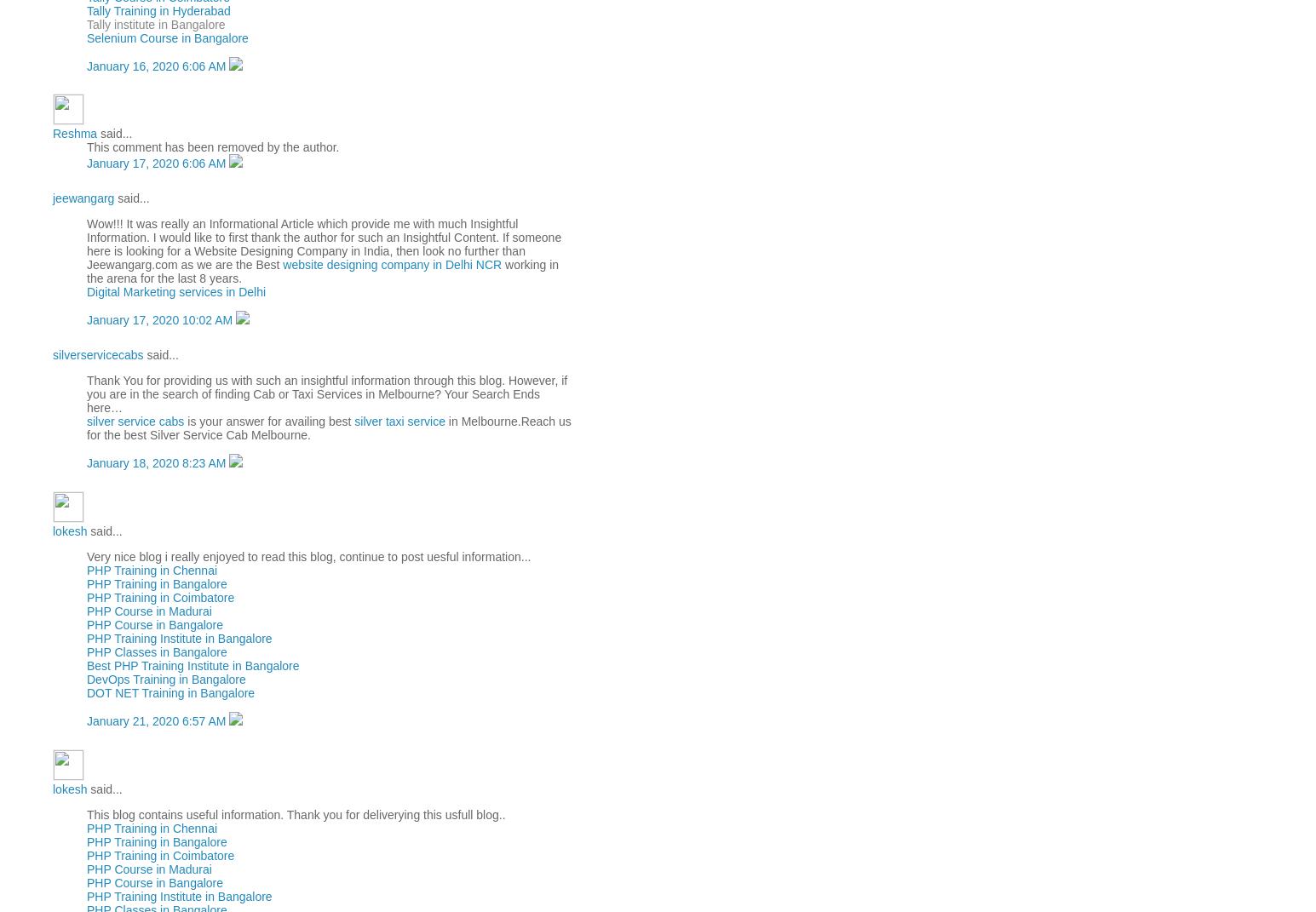 Image resolution: width=1316 pixels, height=912 pixels. Describe the element at coordinates (158, 9) in the screenshot. I see `'Tally Training in Hyderabad'` at that location.